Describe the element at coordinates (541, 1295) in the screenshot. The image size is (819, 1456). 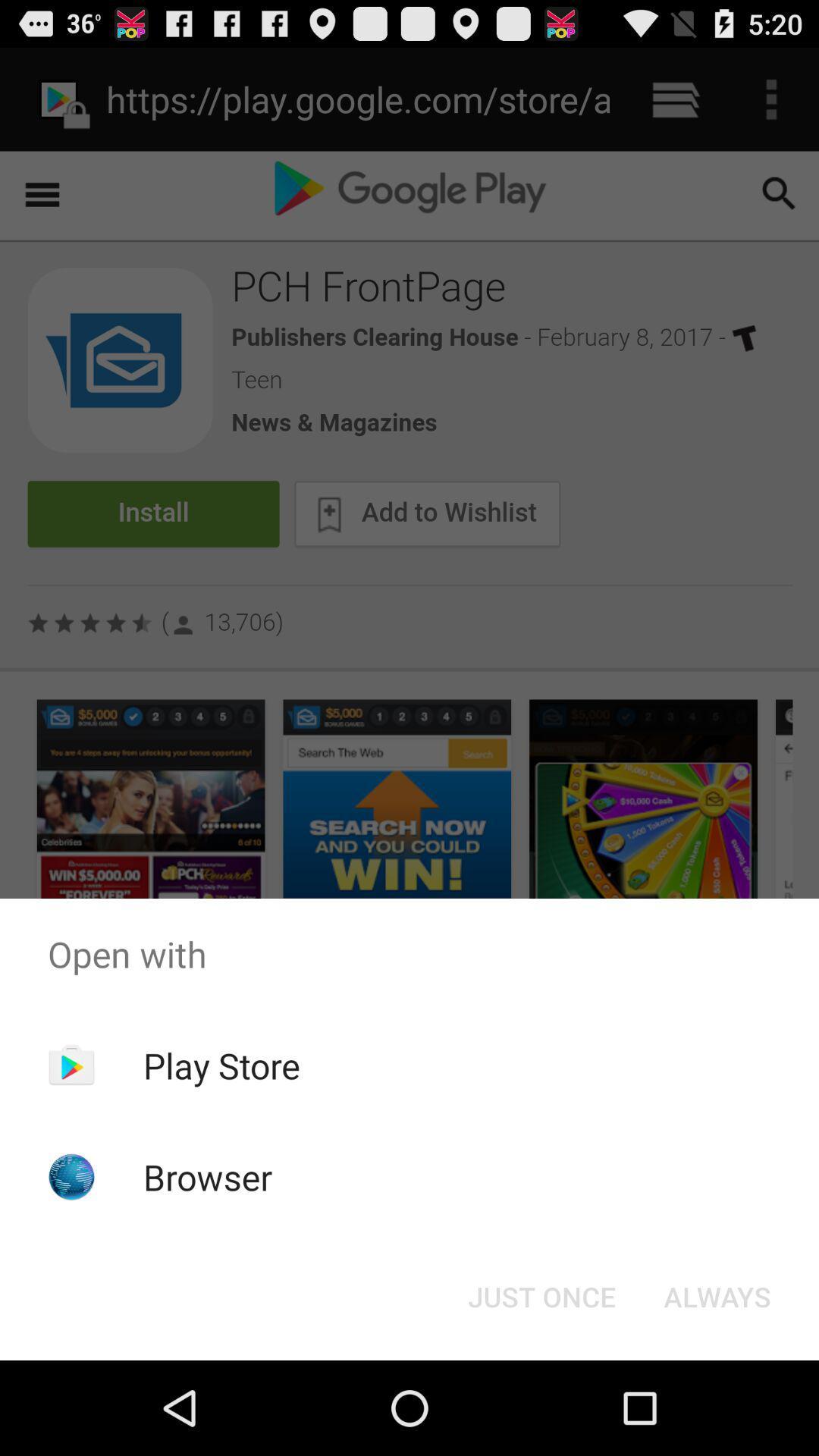
I see `just once item` at that location.